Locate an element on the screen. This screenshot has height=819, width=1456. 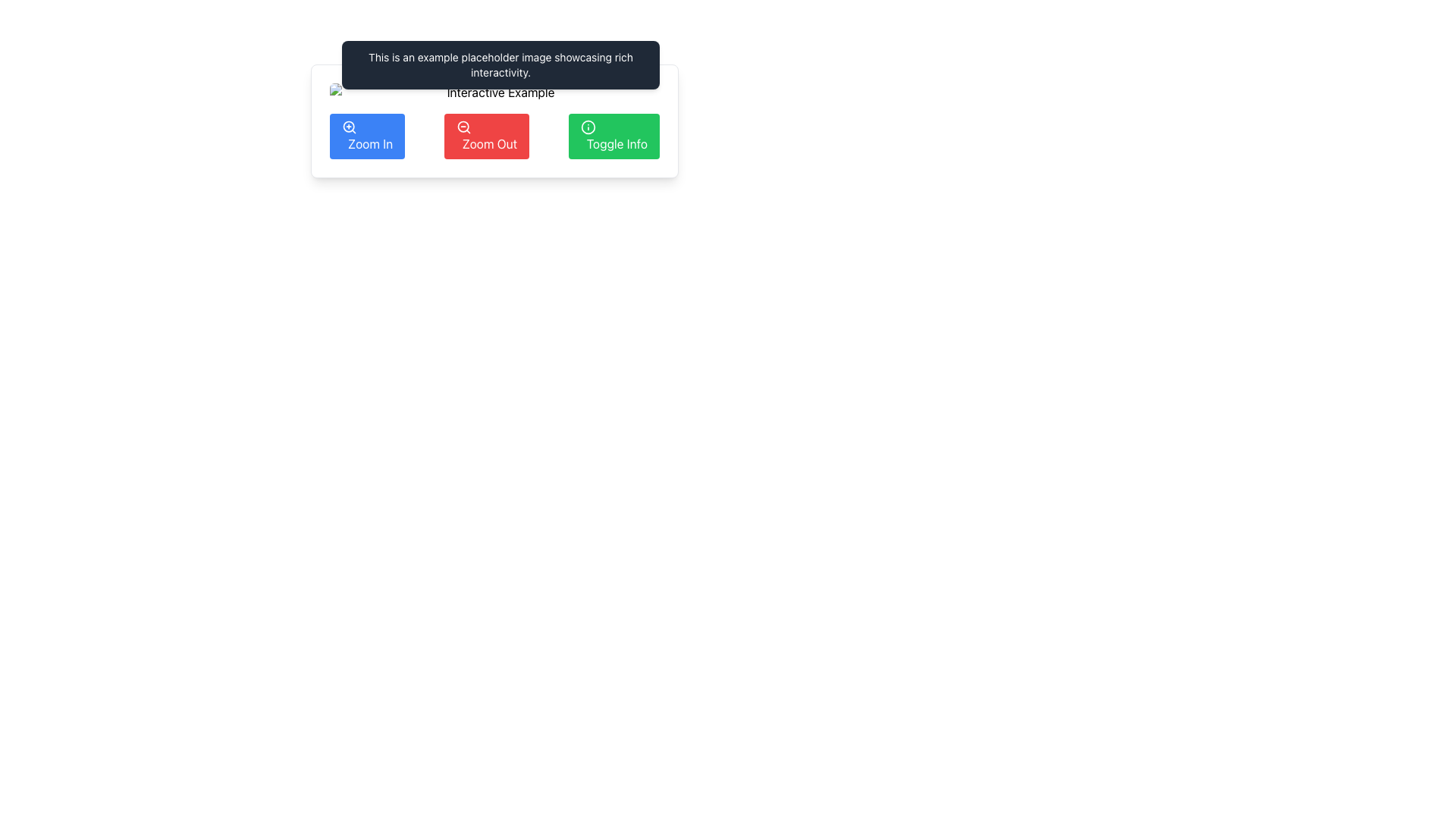
the outlined circular graphical component of the 'Zoom Out' icon located at the center of the control panel is located at coordinates (462, 126).